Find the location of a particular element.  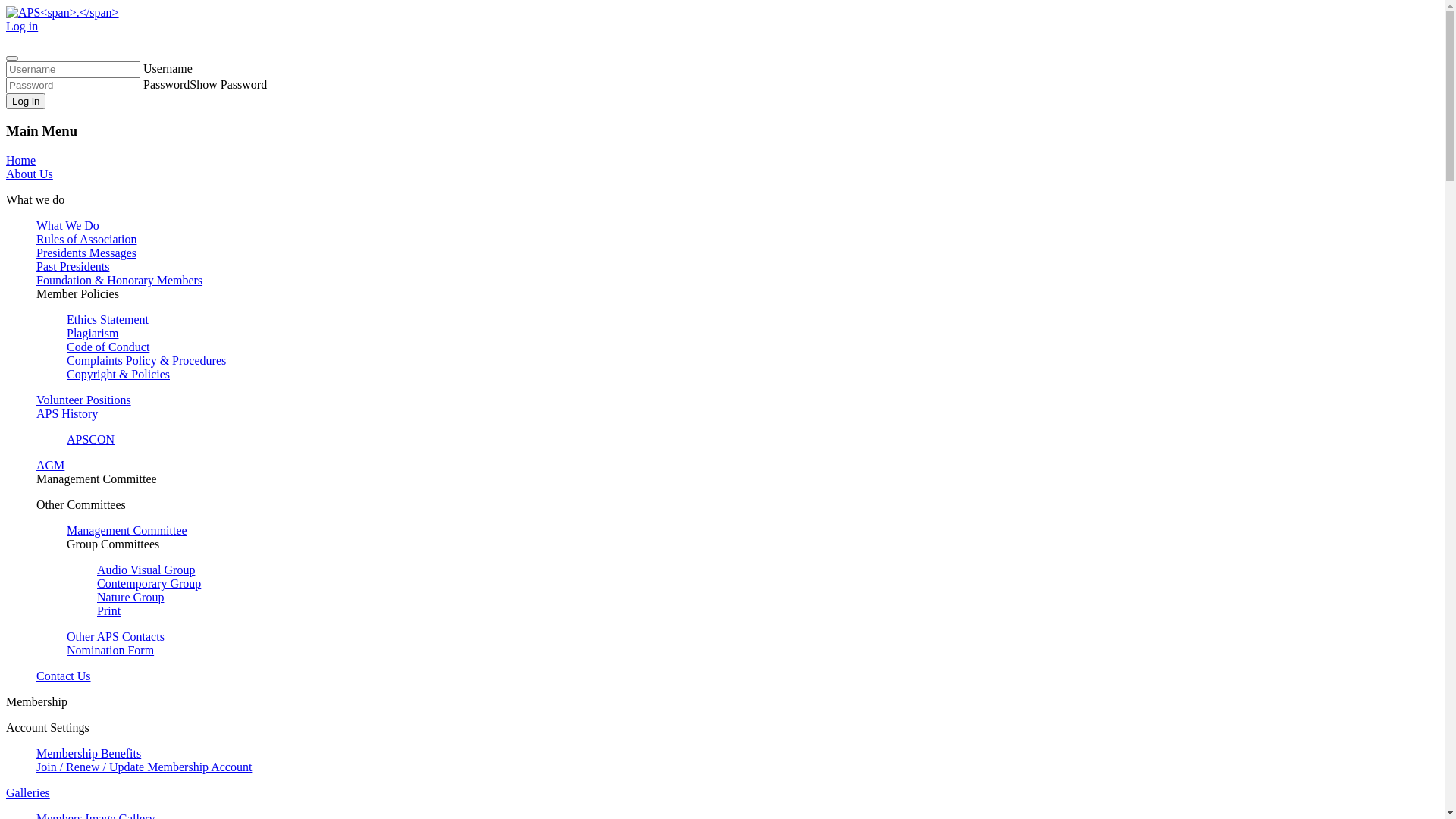

'Print' is located at coordinates (96, 610).